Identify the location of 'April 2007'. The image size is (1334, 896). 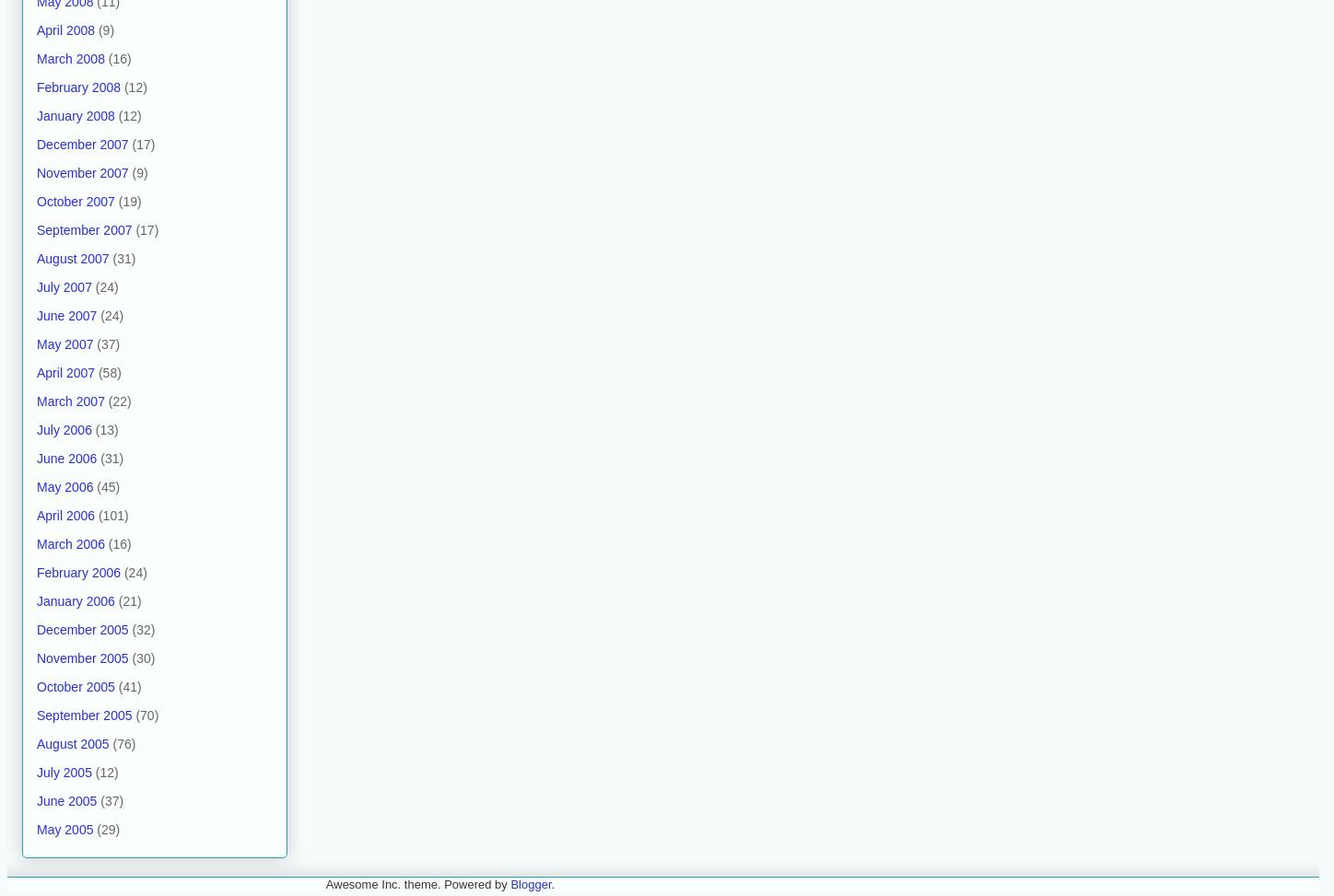
(65, 370).